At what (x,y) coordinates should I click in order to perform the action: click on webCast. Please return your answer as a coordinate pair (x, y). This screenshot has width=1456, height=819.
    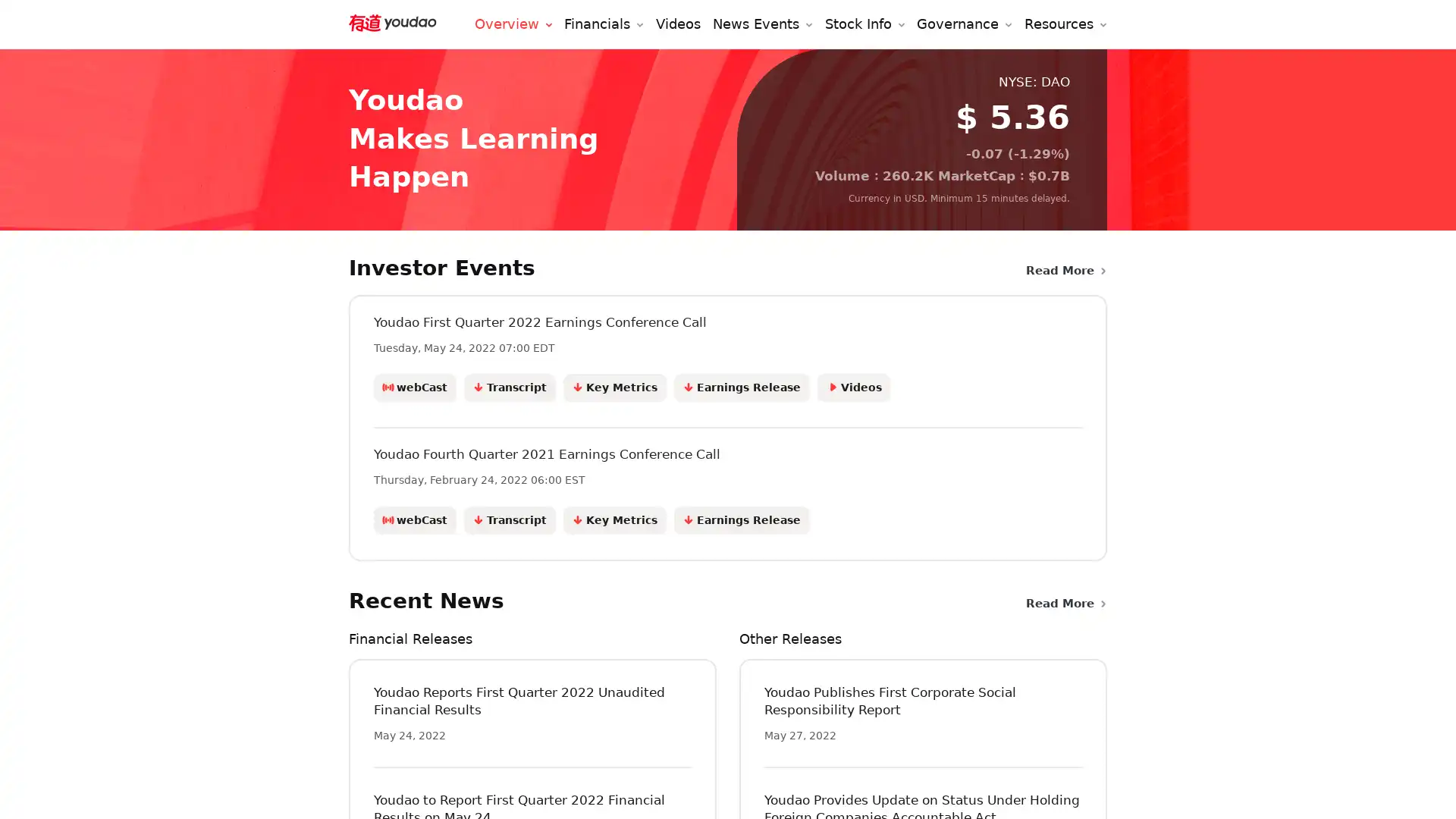
    Looking at the image, I should click on (414, 387).